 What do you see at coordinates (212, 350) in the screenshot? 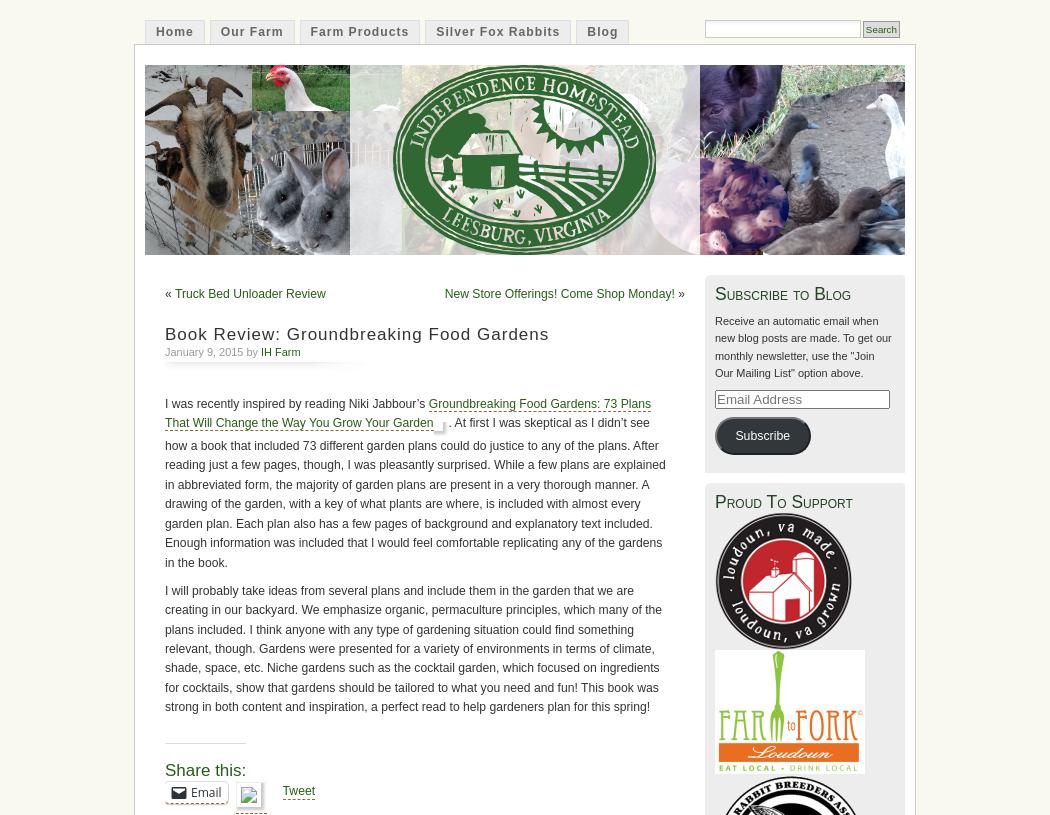
I see `'January 9, 2015 by'` at bounding box center [212, 350].